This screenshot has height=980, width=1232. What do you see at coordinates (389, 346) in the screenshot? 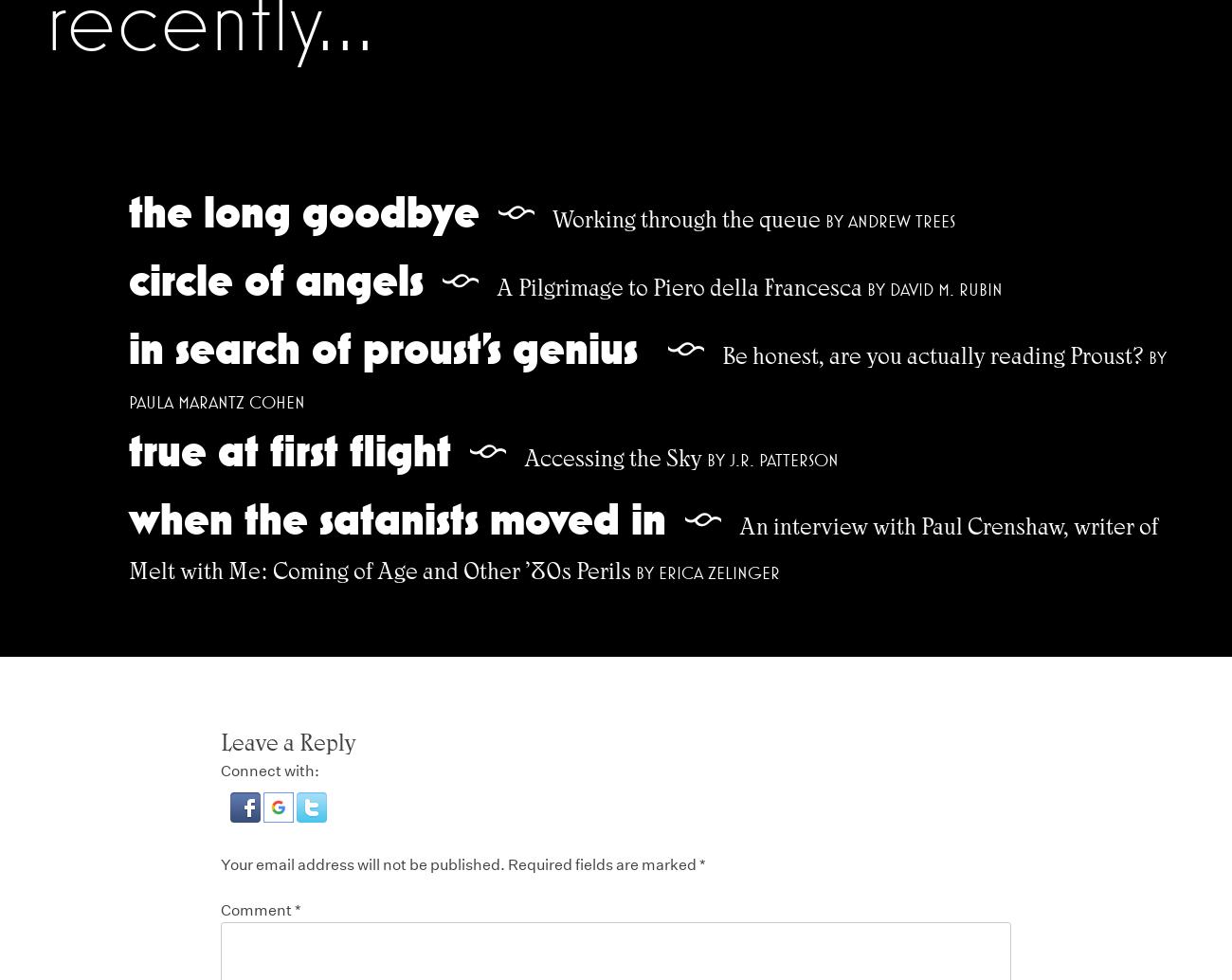
I see `'In Search of Proust’s Genius'` at bounding box center [389, 346].